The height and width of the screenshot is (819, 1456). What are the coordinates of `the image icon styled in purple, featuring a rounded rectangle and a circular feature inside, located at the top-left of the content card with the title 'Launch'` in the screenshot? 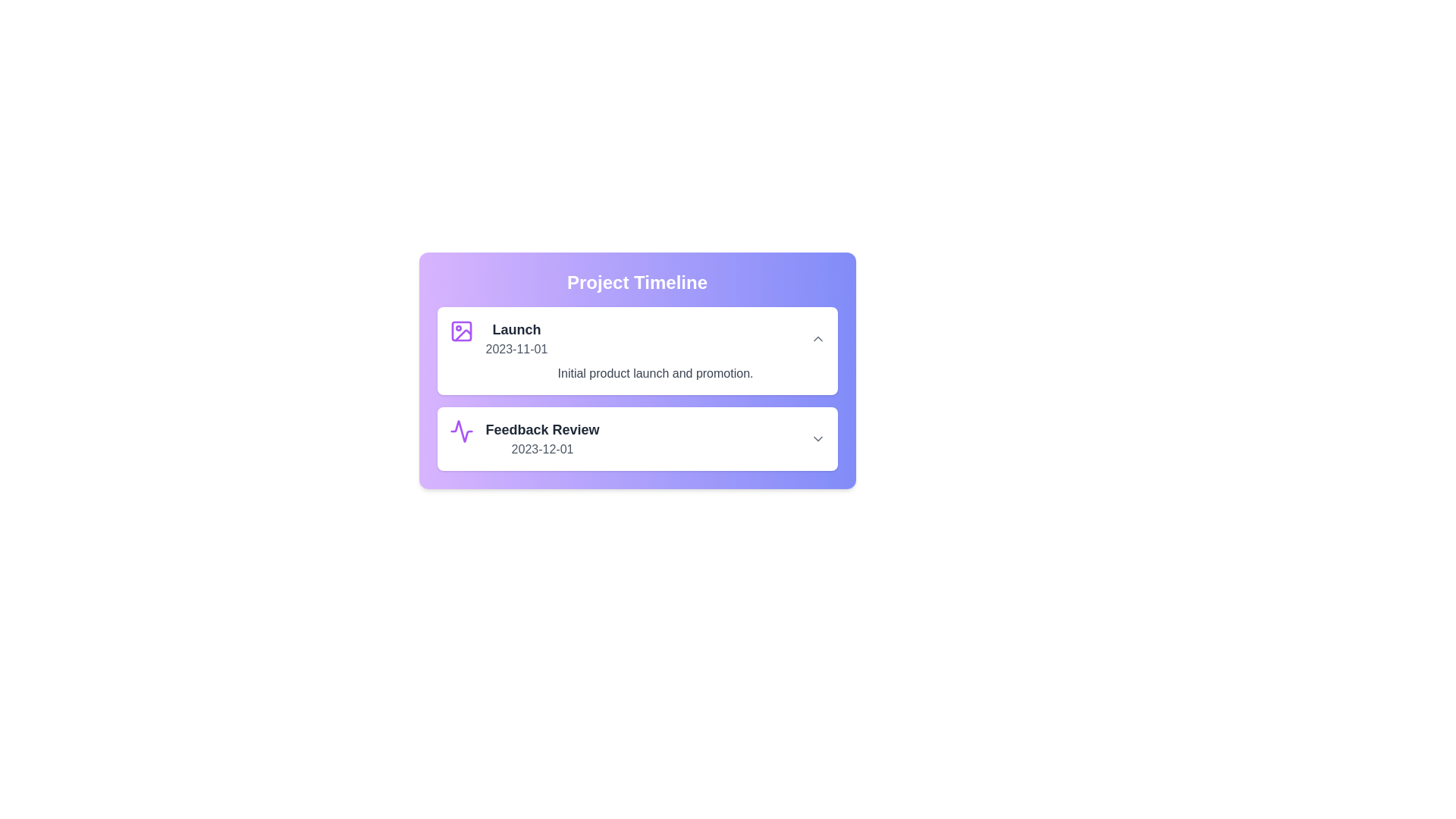 It's located at (460, 330).